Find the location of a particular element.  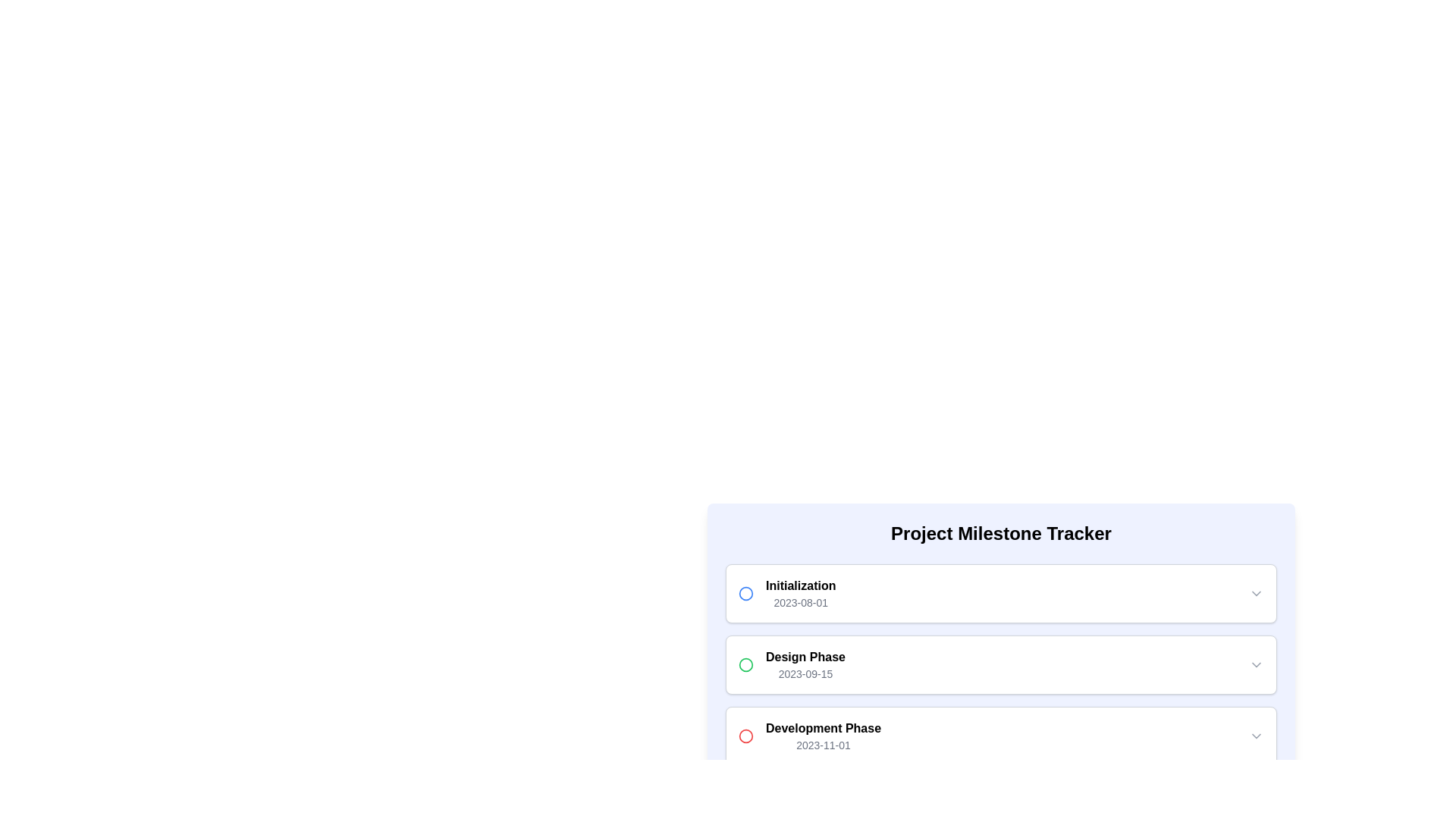

the text label displaying the date associated with the 'Initialization' milestone, located beneath the 'Initialization' label in the top-left area of the Project Milestone Tracker interface is located at coordinates (800, 601).